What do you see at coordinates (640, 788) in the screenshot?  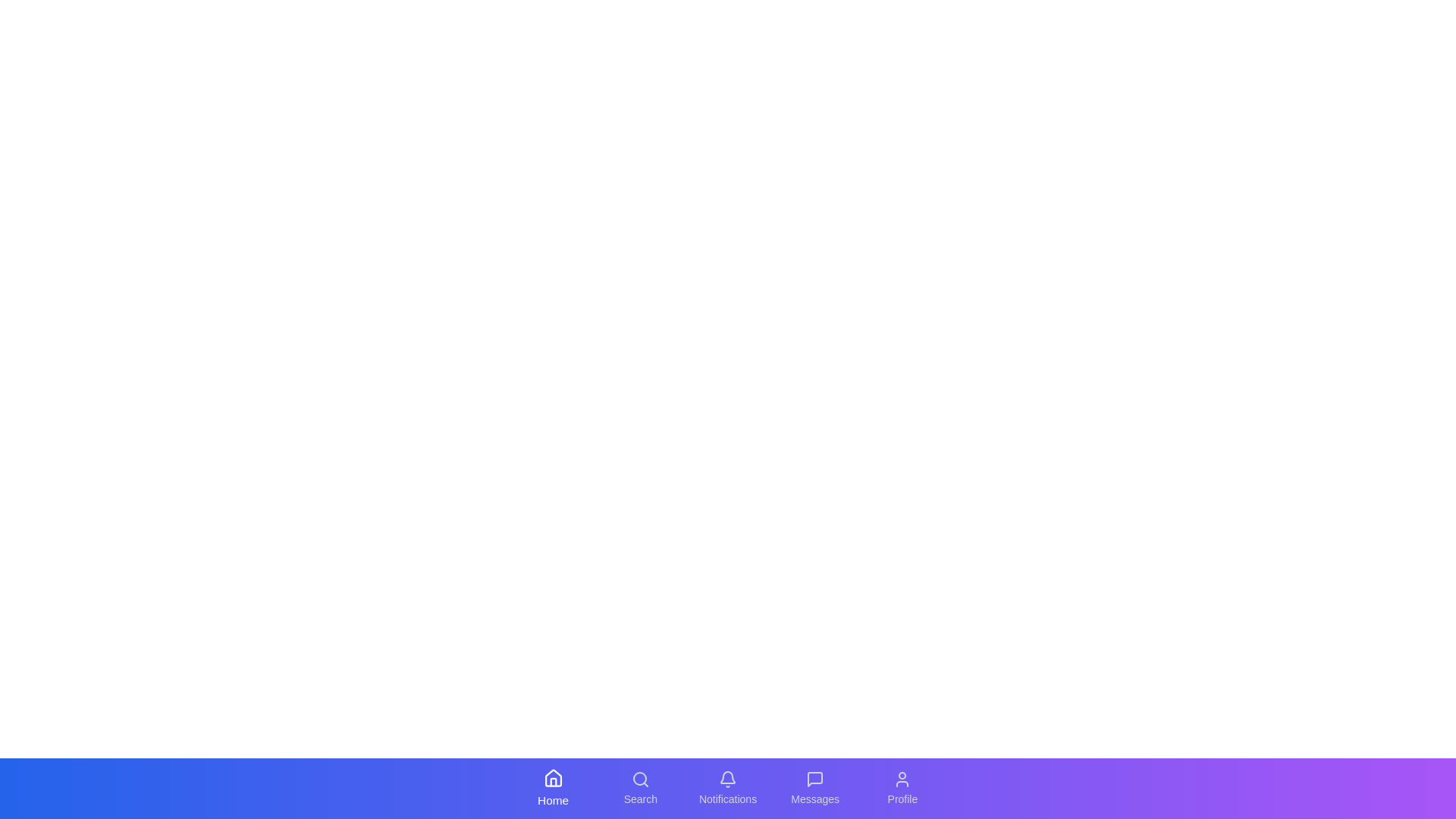 I see `the Search navigation icon to navigate to the corresponding section` at bounding box center [640, 788].